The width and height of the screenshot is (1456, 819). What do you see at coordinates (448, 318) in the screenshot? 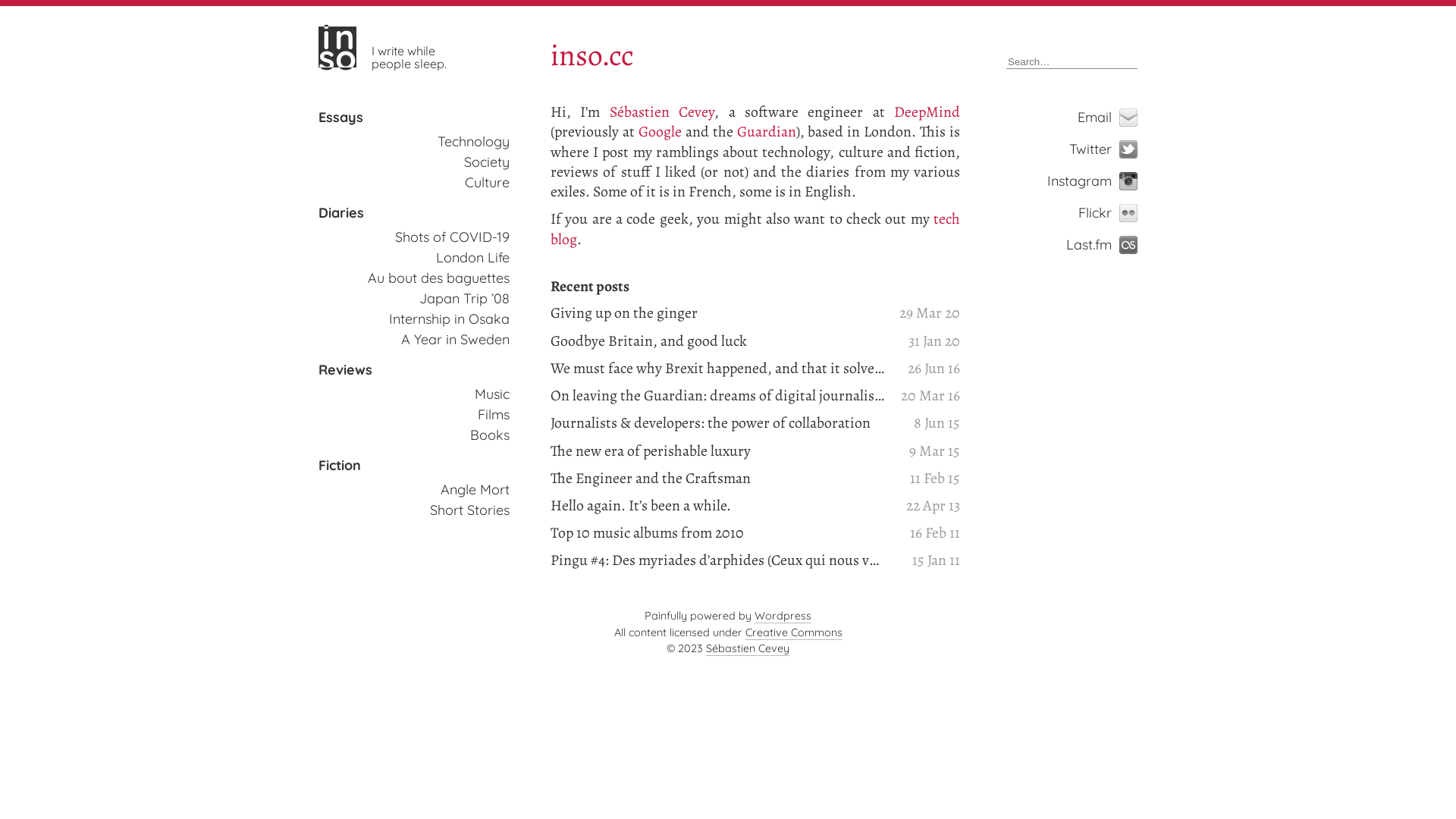
I see `'Internship in Osaka'` at bounding box center [448, 318].